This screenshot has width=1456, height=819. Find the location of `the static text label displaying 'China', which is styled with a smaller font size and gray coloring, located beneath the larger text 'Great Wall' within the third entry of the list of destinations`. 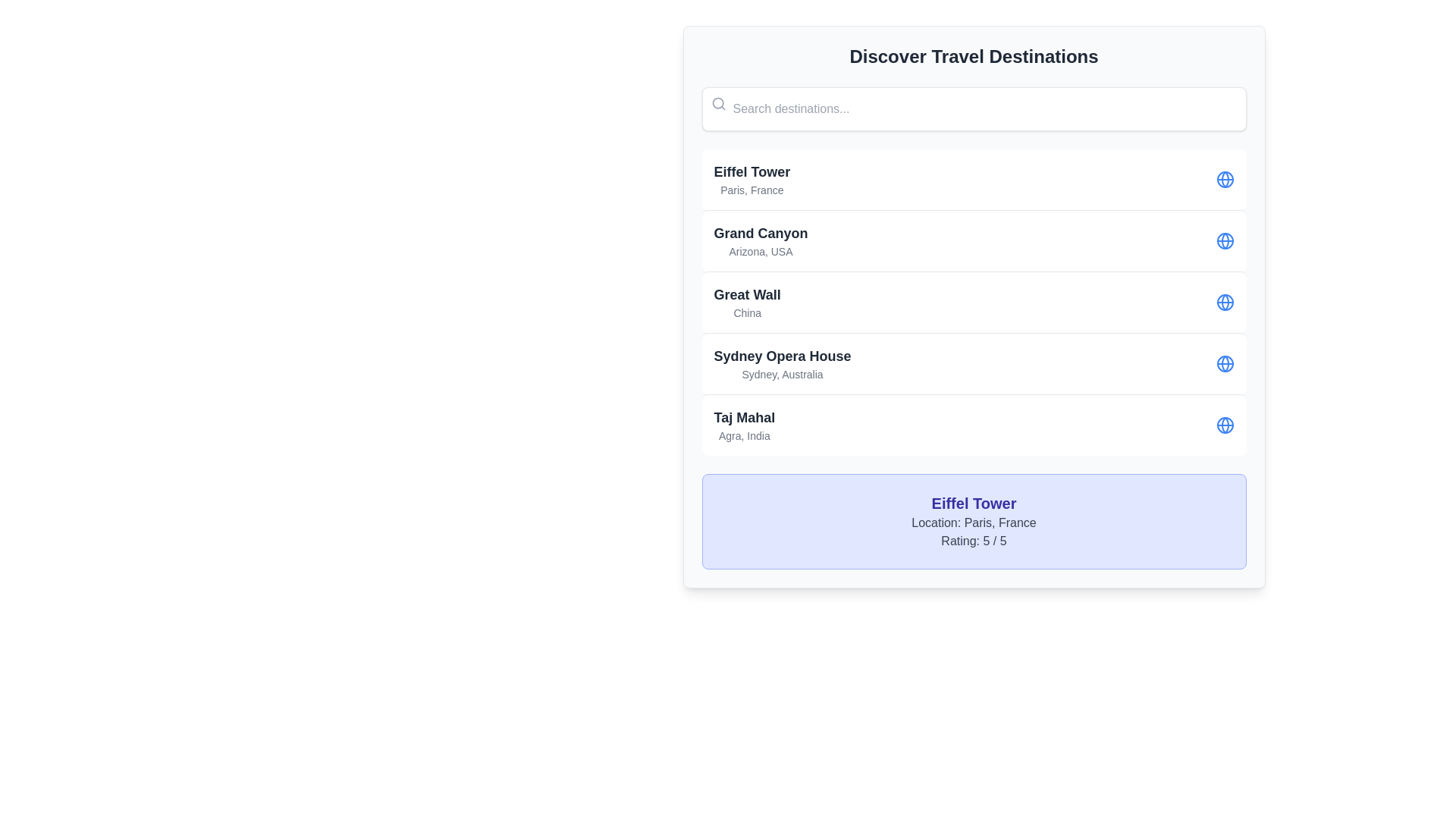

the static text label displaying 'China', which is styled with a smaller font size and gray coloring, located beneath the larger text 'Great Wall' within the third entry of the list of destinations is located at coordinates (747, 312).